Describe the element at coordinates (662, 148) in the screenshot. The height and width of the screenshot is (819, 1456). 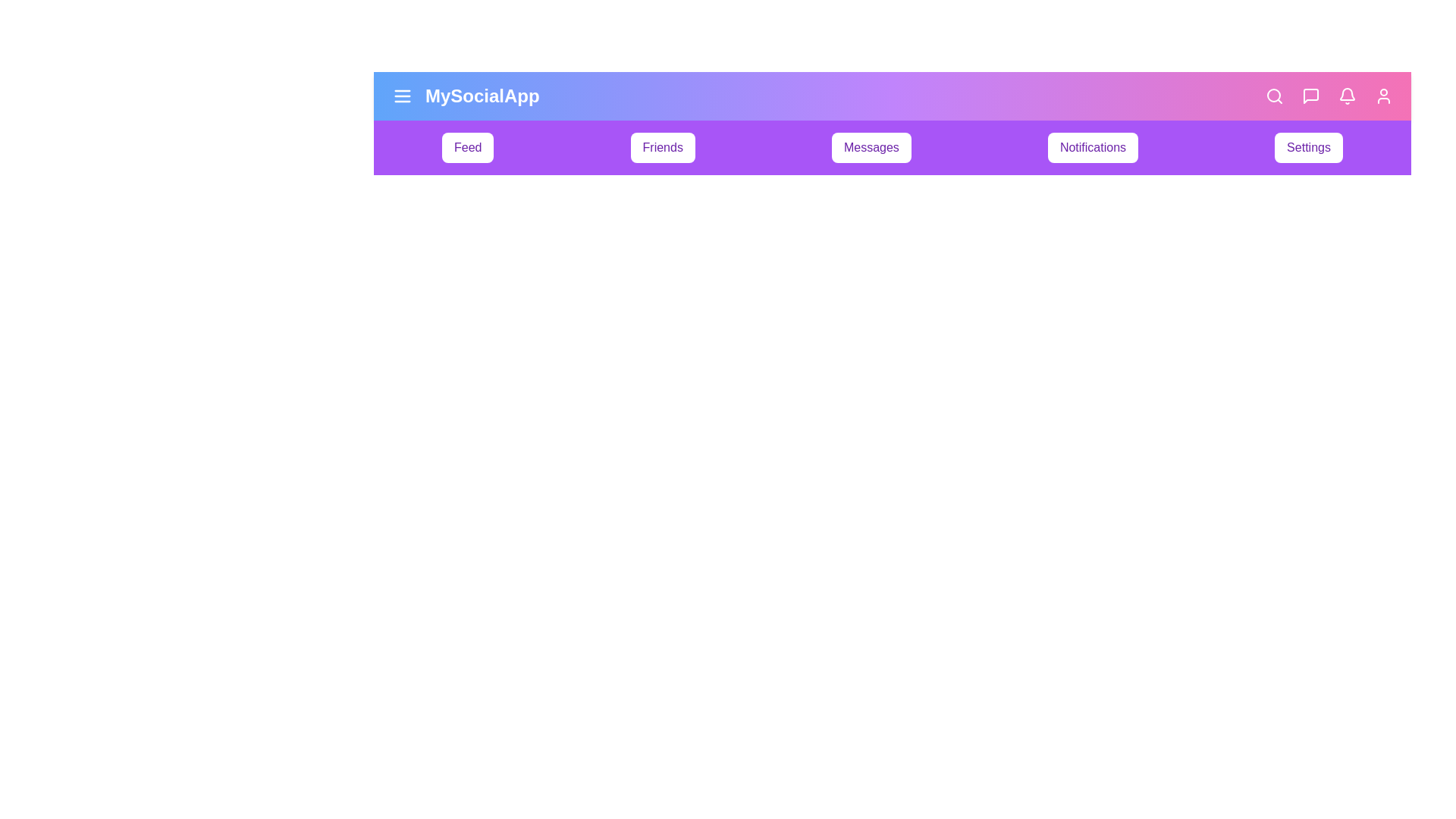
I see `the menu item Friends to observe its hover effect` at that location.